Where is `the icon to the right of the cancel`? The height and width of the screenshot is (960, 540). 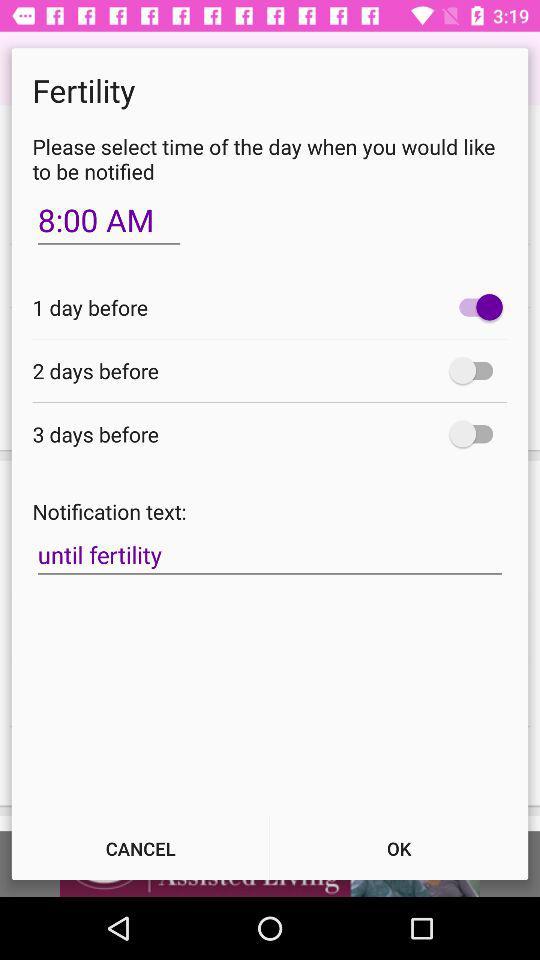 the icon to the right of the cancel is located at coordinates (399, 847).